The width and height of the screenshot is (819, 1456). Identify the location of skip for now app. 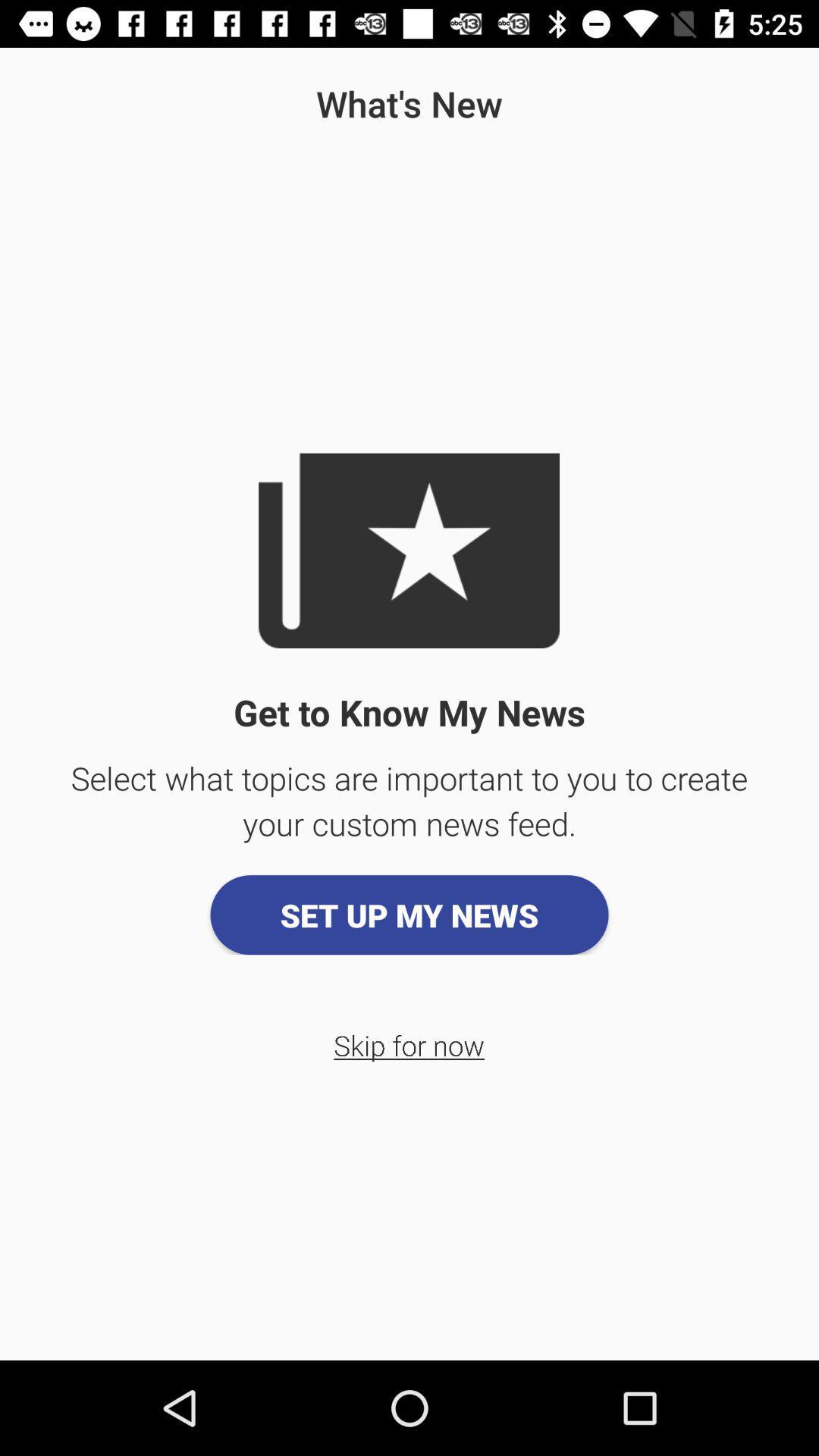
(408, 1044).